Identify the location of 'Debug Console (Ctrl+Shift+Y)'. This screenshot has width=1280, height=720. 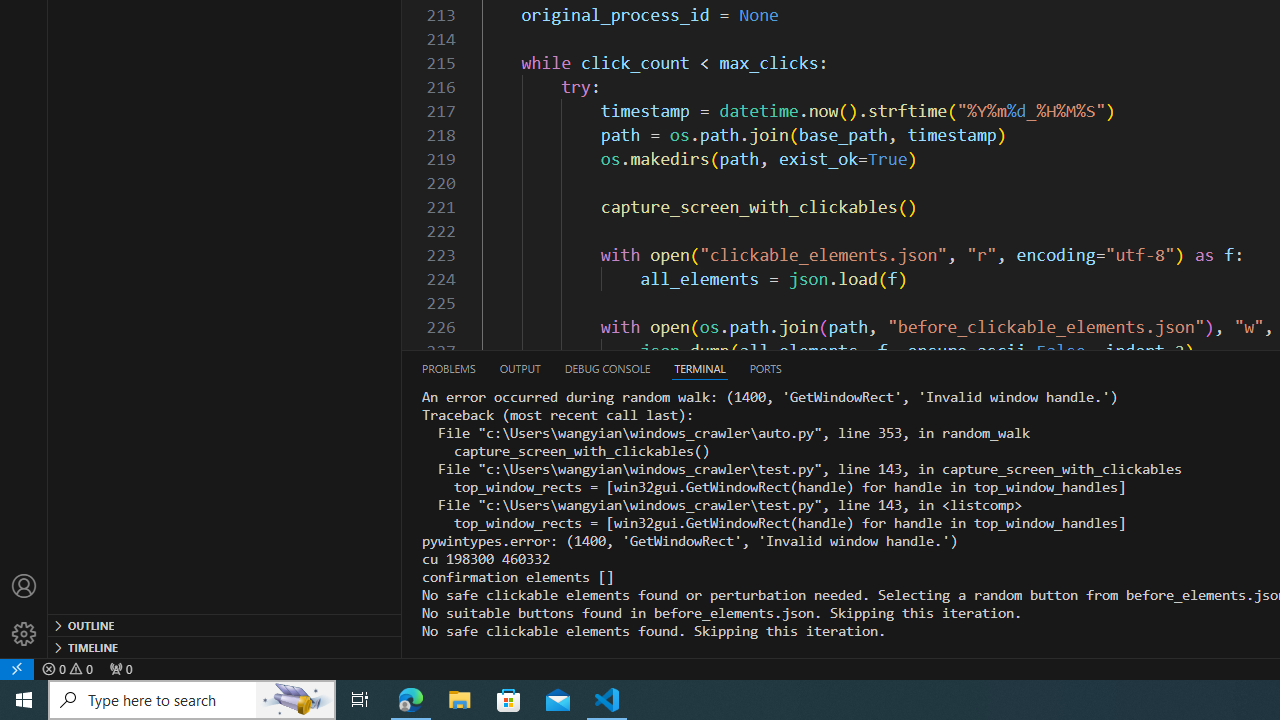
(606, 368).